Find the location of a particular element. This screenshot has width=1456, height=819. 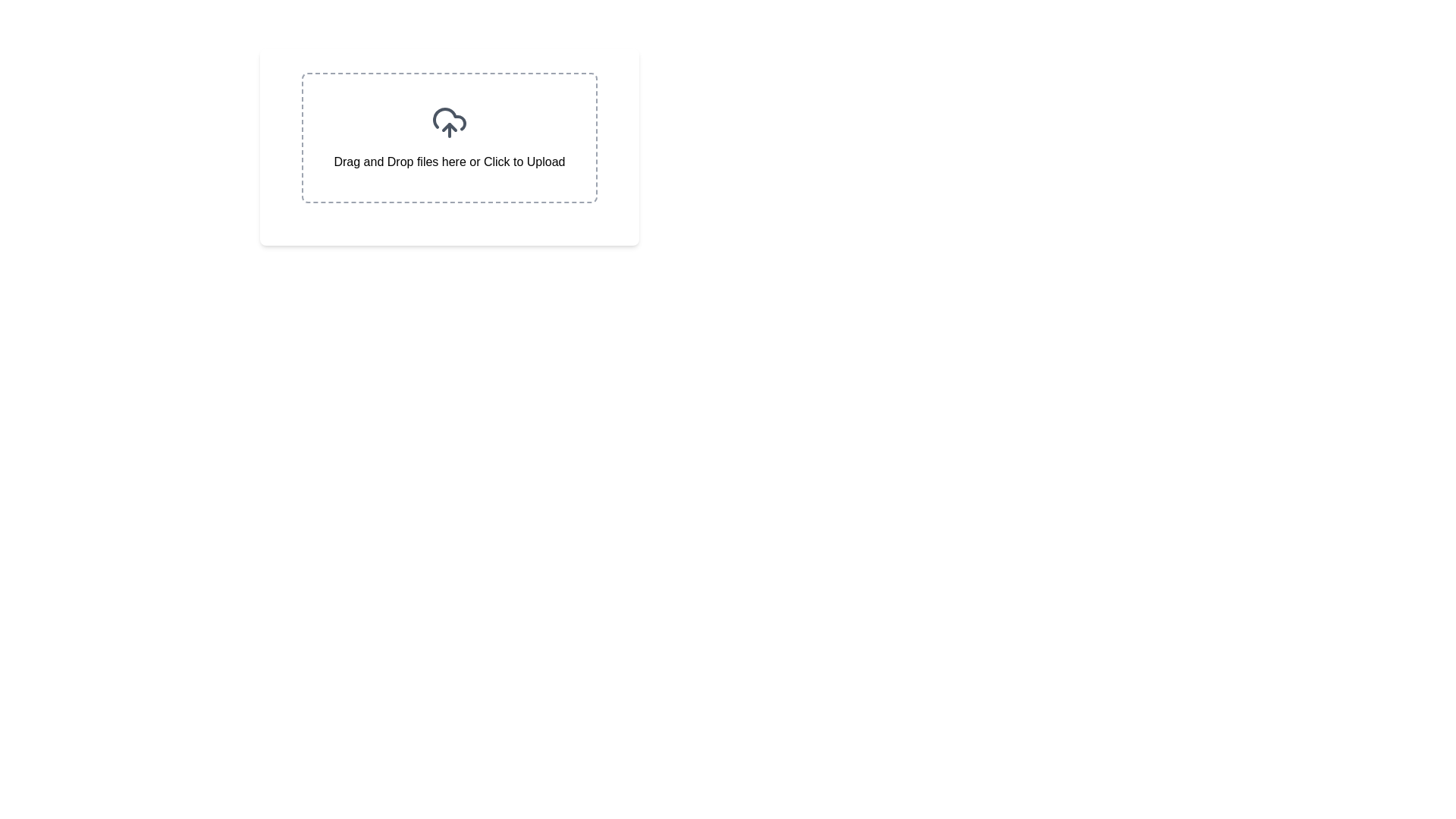

the upload icon graphic, specifically the upward-pointing arrow located at the bottom center of the cloud upload icon is located at coordinates (449, 127).